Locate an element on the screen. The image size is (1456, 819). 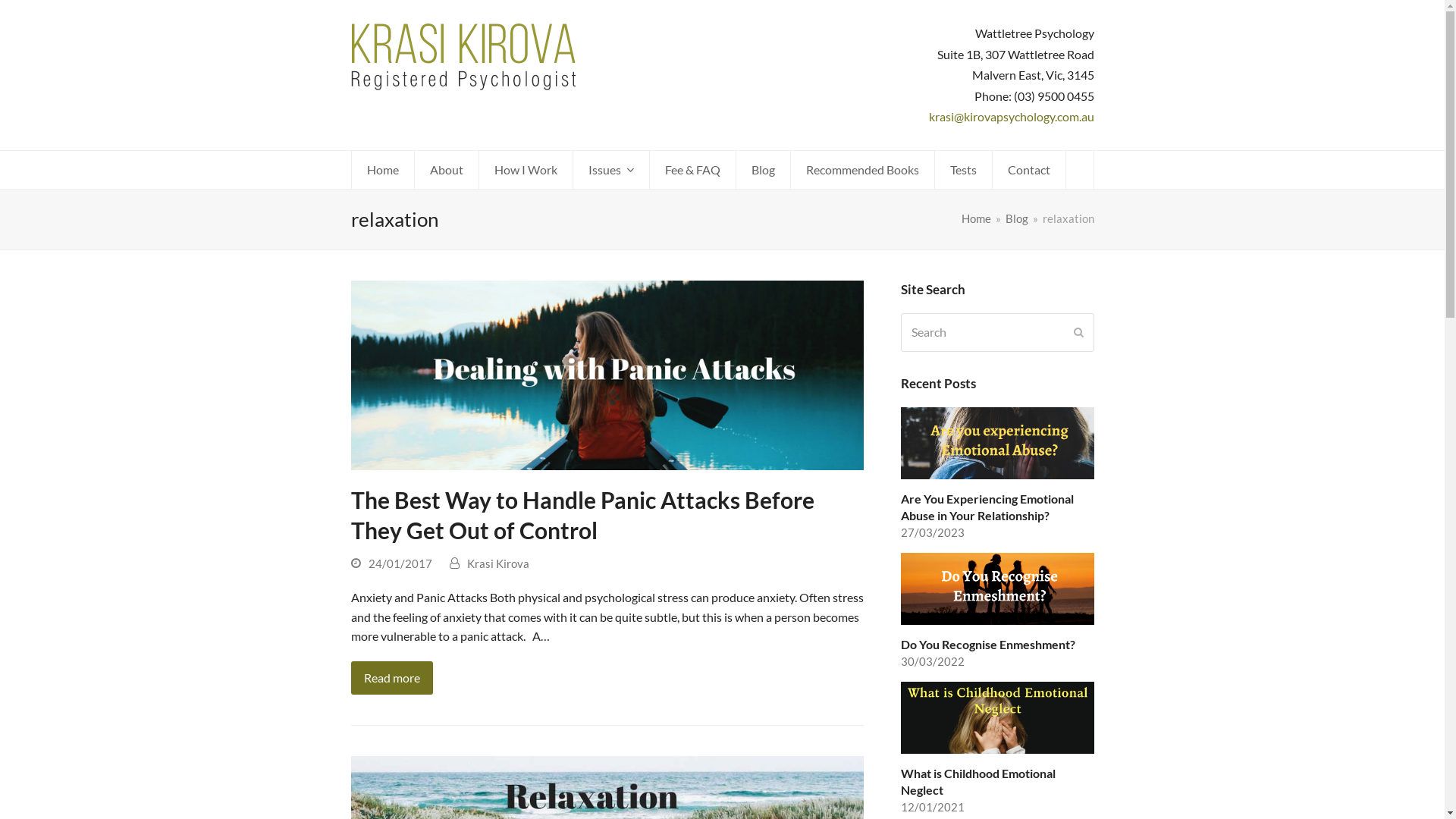
'How I Work' is located at coordinates (479, 169).